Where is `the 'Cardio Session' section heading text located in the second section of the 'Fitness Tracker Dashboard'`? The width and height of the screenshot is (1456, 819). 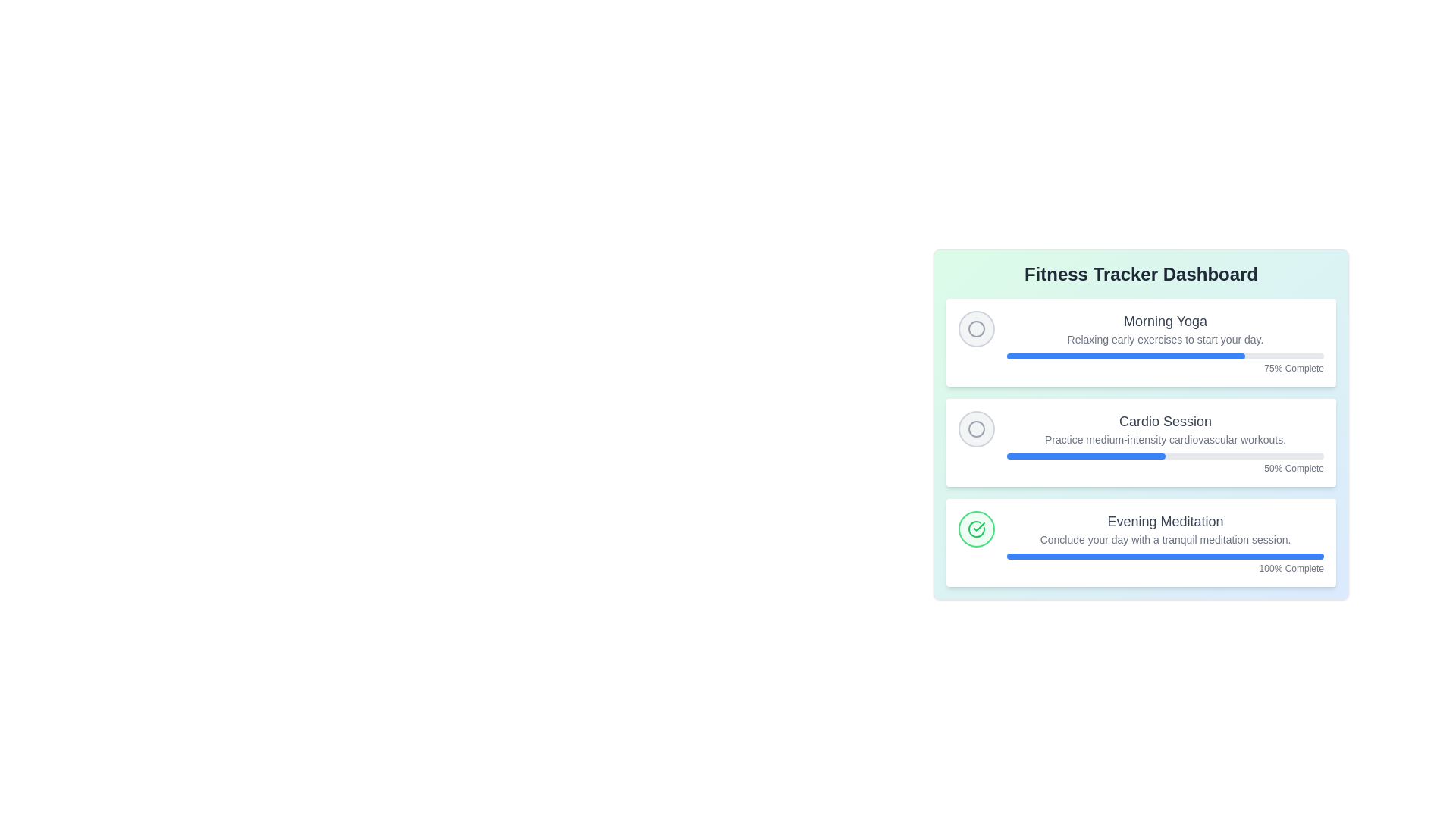
the 'Cardio Session' section heading text located in the second section of the 'Fitness Tracker Dashboard' is located at coordinates (1164, 421).